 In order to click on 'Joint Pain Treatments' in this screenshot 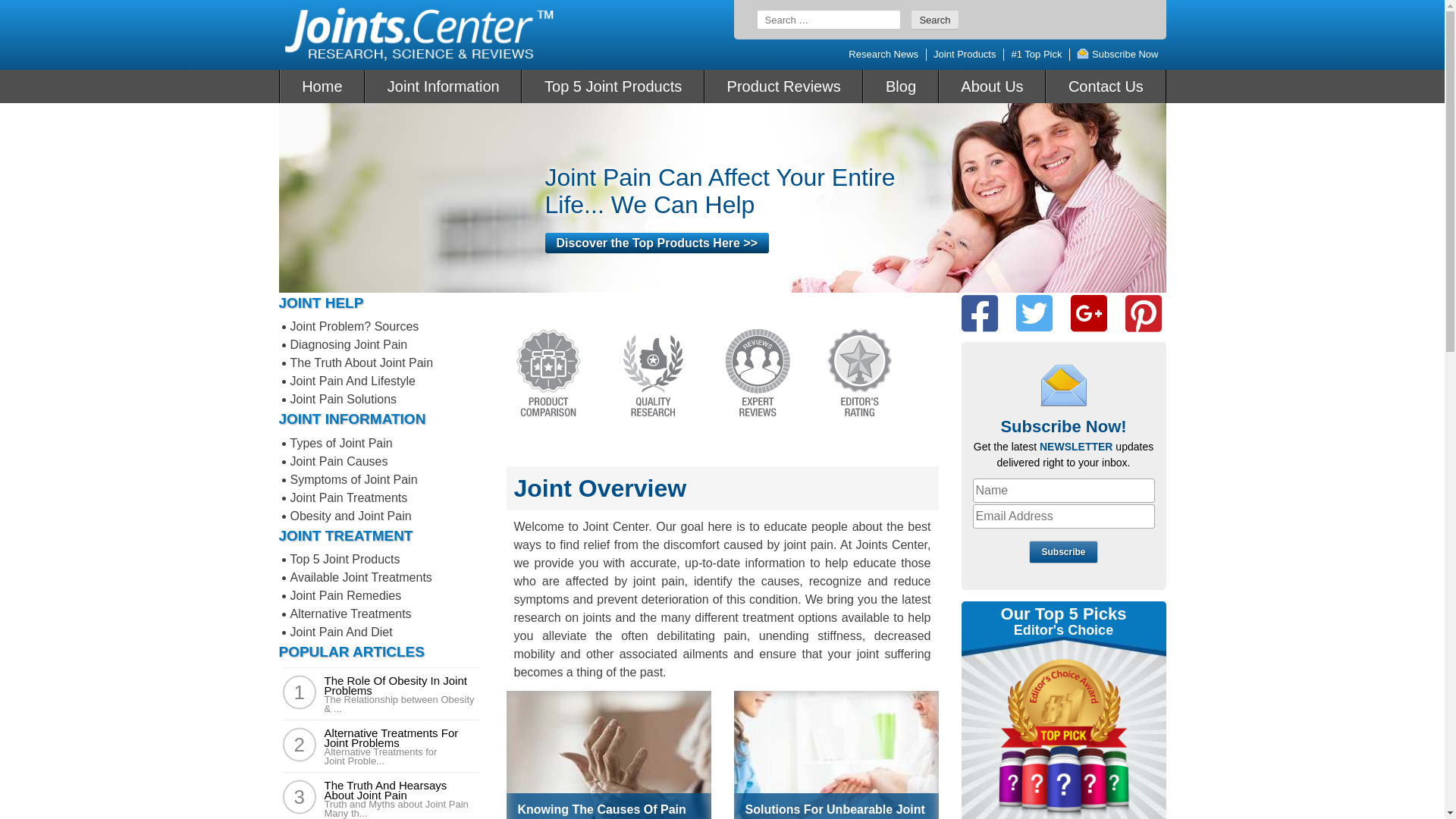, I will do `click(347, 497)`.